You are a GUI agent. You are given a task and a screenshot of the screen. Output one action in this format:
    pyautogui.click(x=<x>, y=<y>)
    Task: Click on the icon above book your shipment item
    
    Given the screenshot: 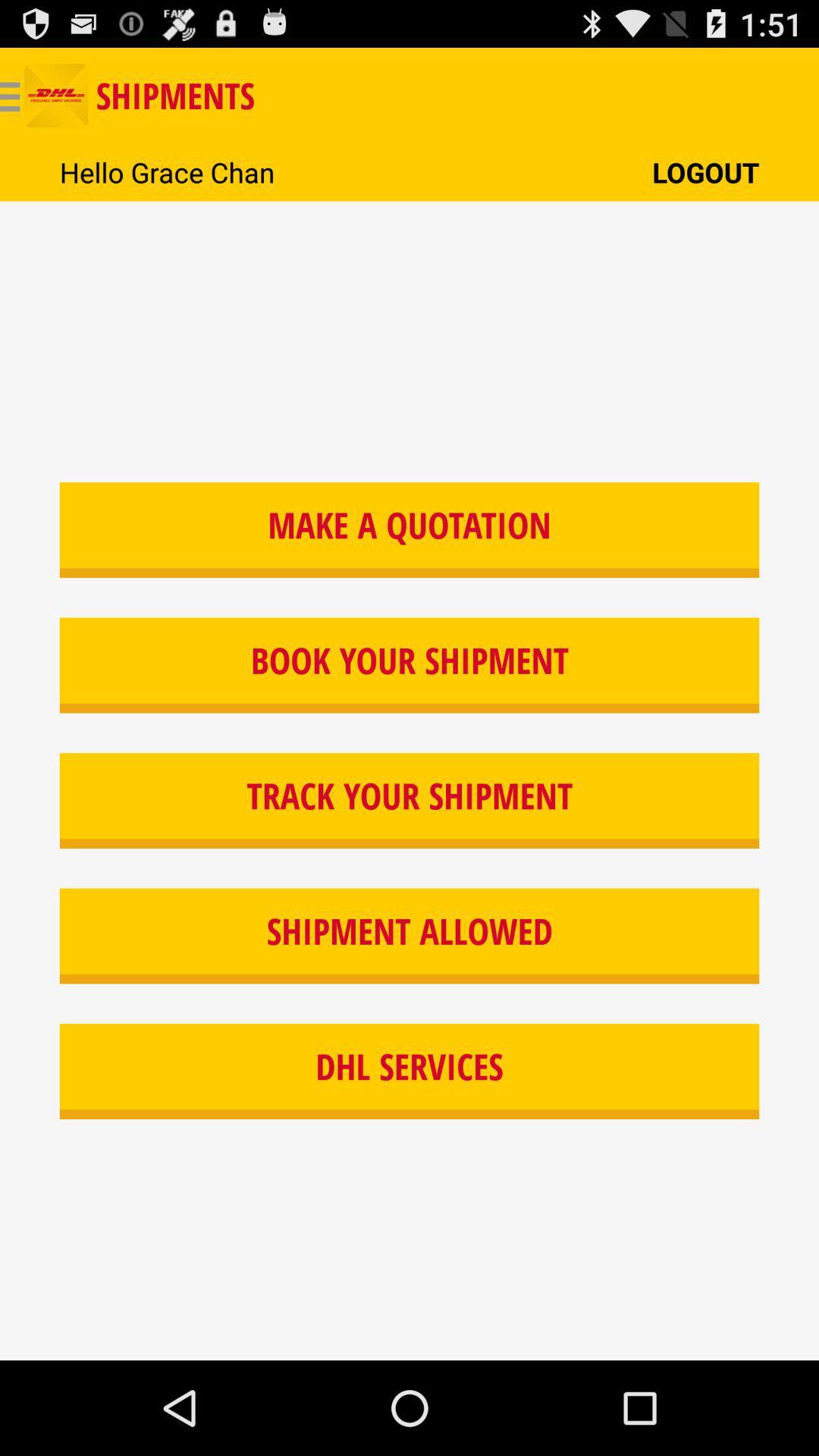 What is the action you would take?
    pyautogui.click(x=409, y=530)
    